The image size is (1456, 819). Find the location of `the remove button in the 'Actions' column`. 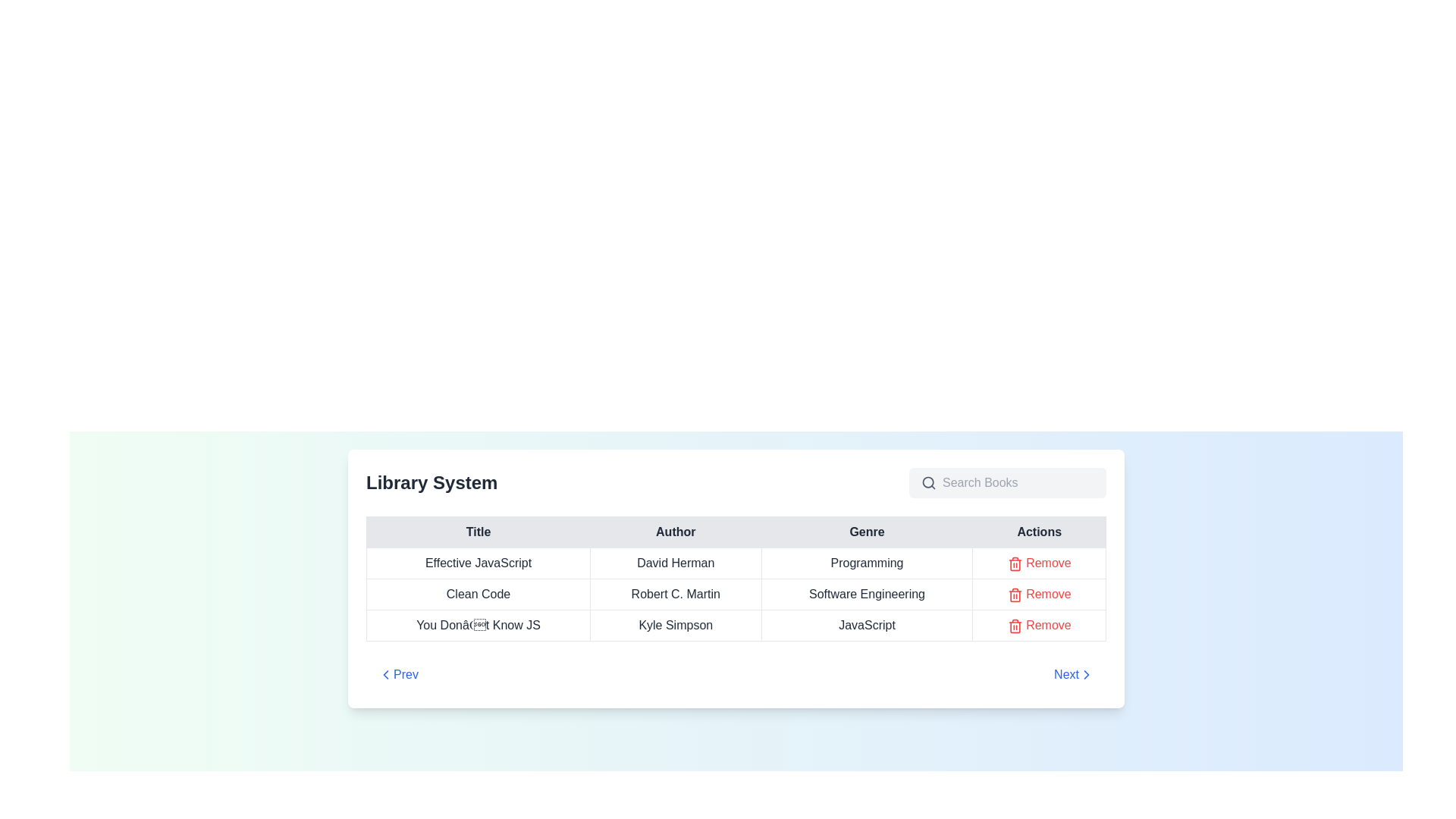

the remove button in the 'Actions' column is located at coordinates (1038, 626).